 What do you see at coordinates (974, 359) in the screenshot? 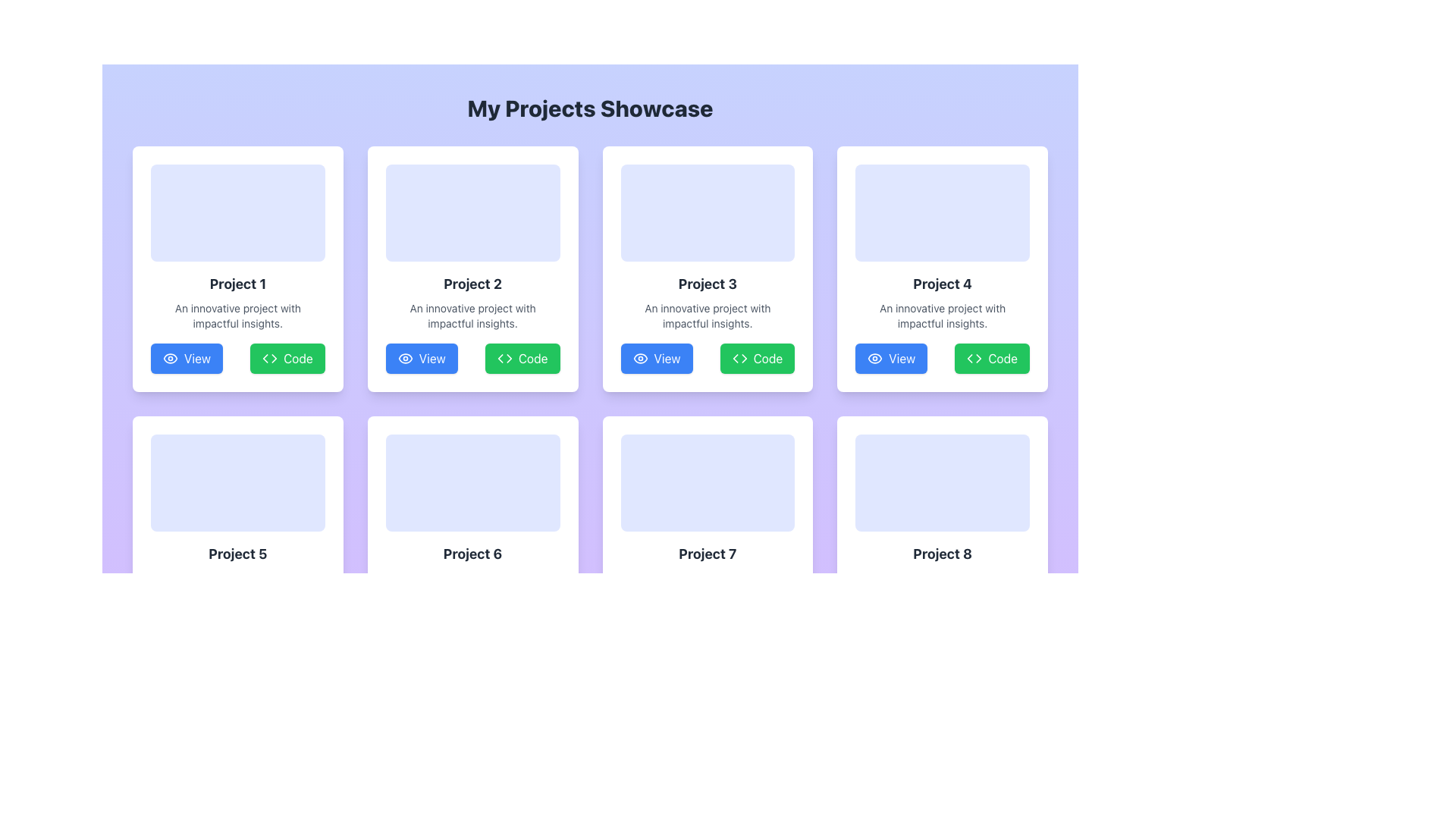
I see `the decorative icon within the 'Code' button located in the bottom-right corner of the 'Project 4' card in the top-right corner of the grid of project cards` at bounding box center [974, 359].